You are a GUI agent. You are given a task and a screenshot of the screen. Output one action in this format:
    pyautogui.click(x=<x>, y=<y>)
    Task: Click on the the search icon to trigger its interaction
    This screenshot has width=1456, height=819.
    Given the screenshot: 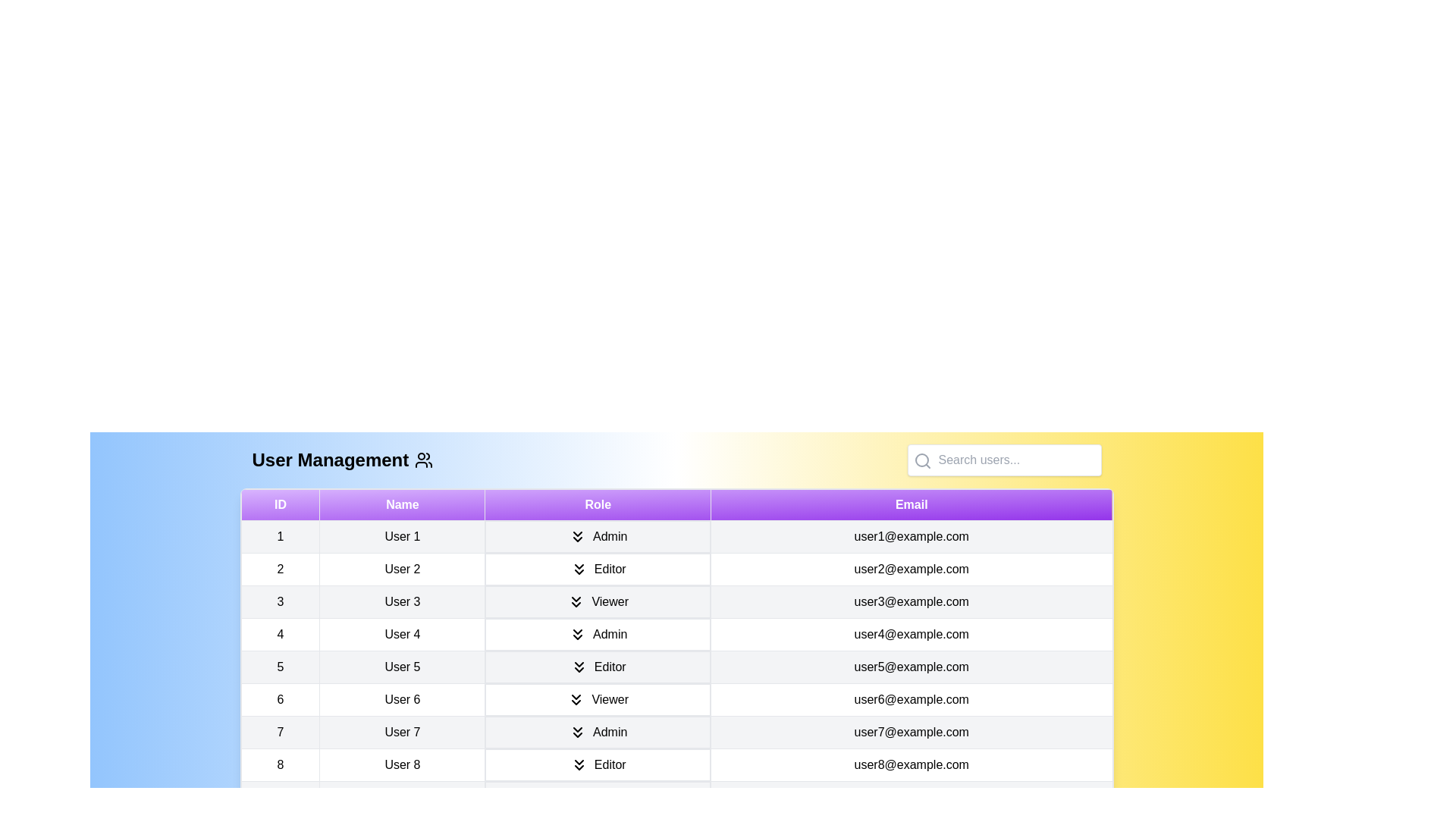 What is the action you would take?
    pyautogui.click(x=921, y=460)
    